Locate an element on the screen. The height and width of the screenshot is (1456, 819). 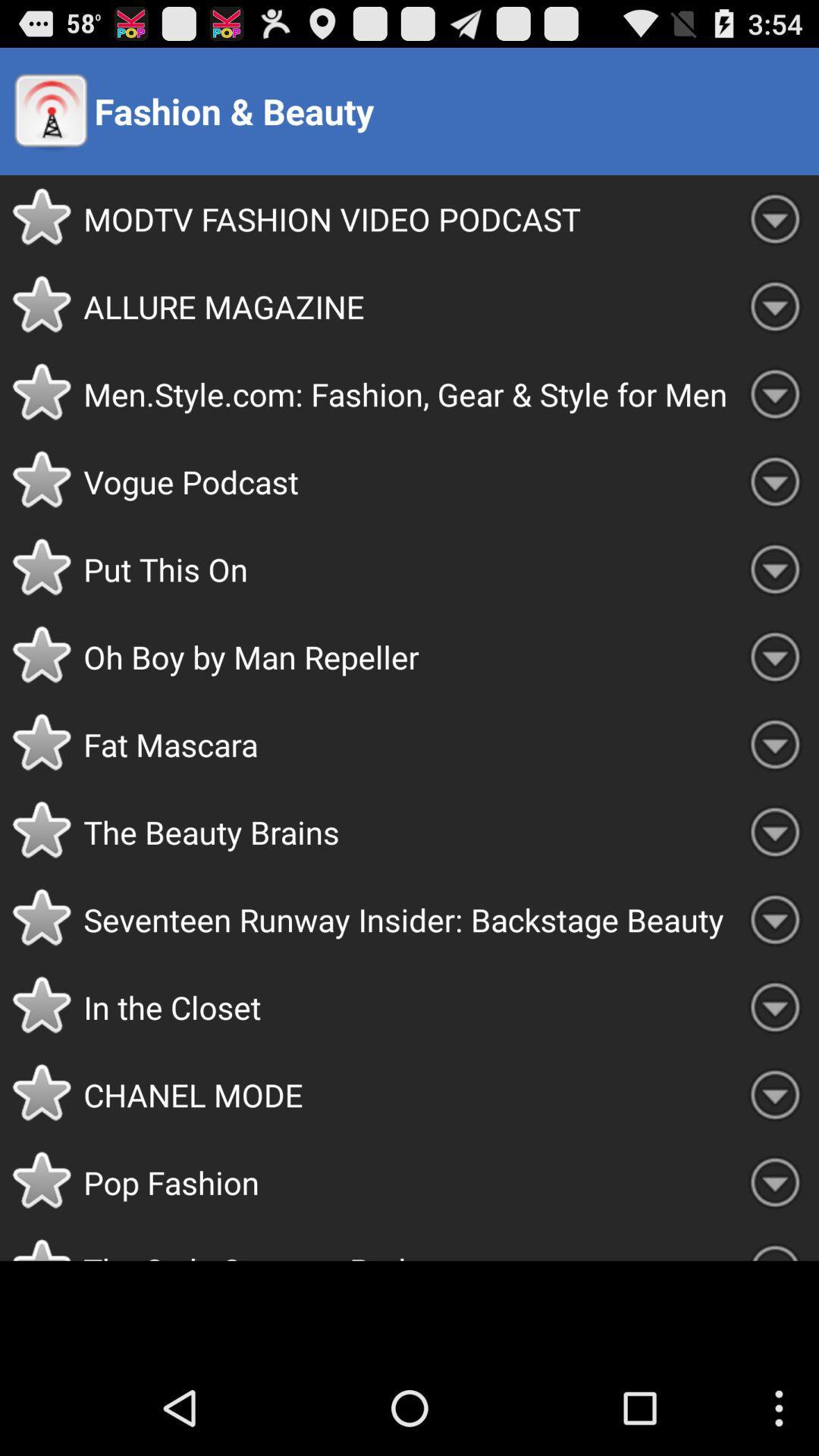
icon below the in the closet icon is located at coordinates (406, 1094).